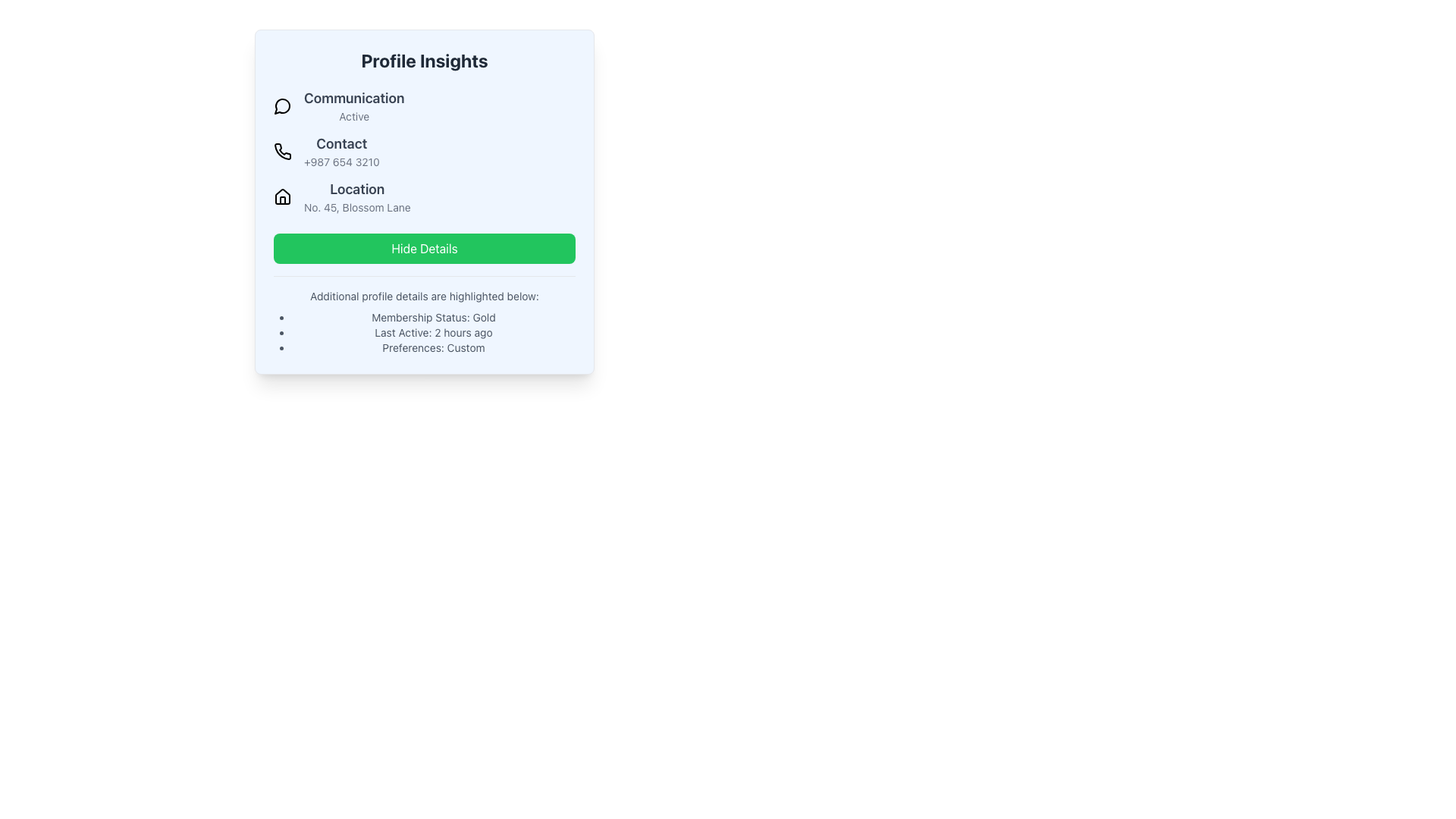  What do you see at coordinates (340, 162) in the screenshot?
I see `the text displaying the phone number '+987 654 3210' located below the 'Contact' label in the 'Profile Insights' card` at bounding box center [340, 162].